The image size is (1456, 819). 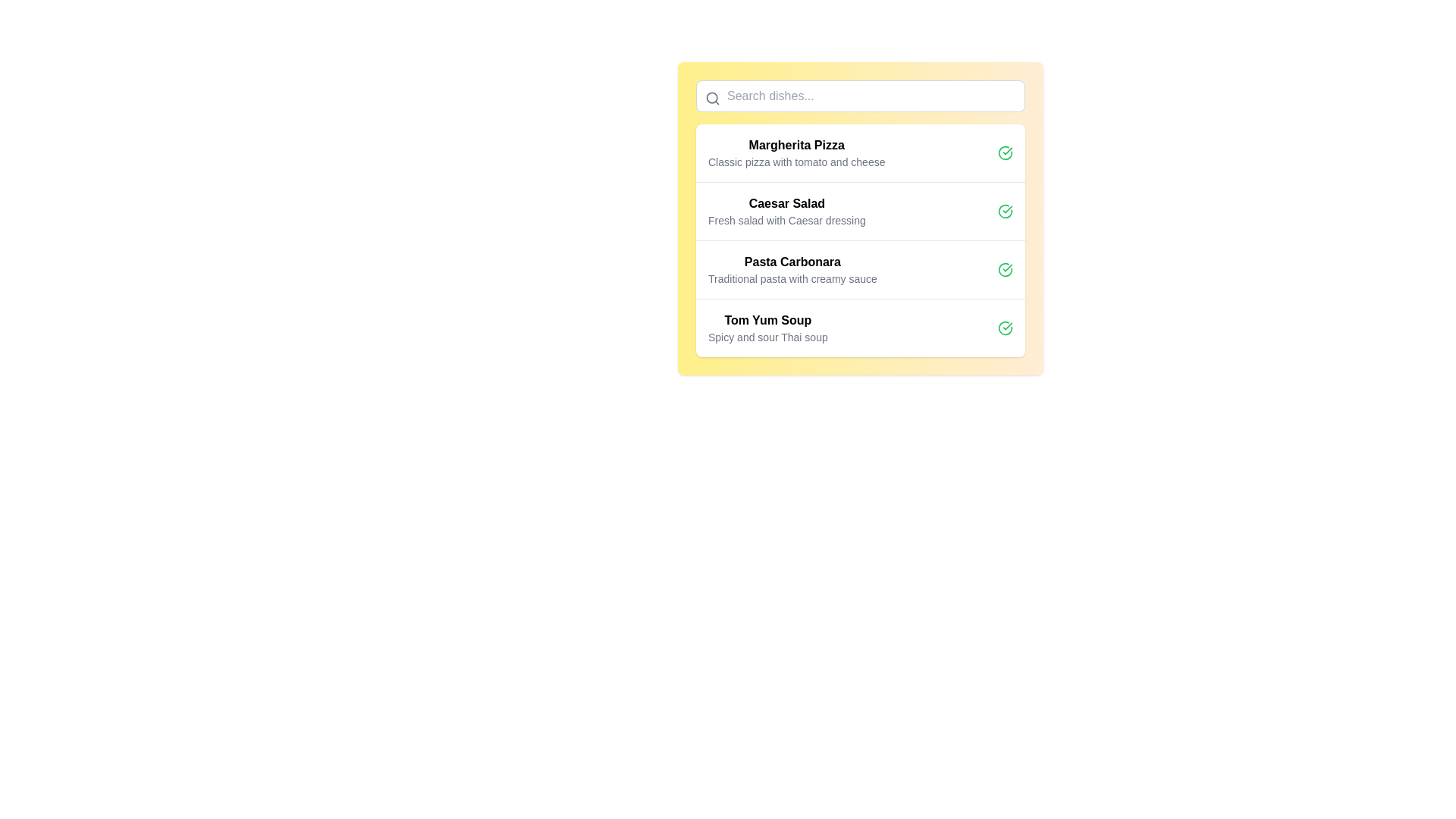 I want to click on the text block providing information about a specific dish, which is the third item in a vertically stacked list, located between 'Caesar Salad' and 'Tom Yum Soup', so click(x=792, y=268).